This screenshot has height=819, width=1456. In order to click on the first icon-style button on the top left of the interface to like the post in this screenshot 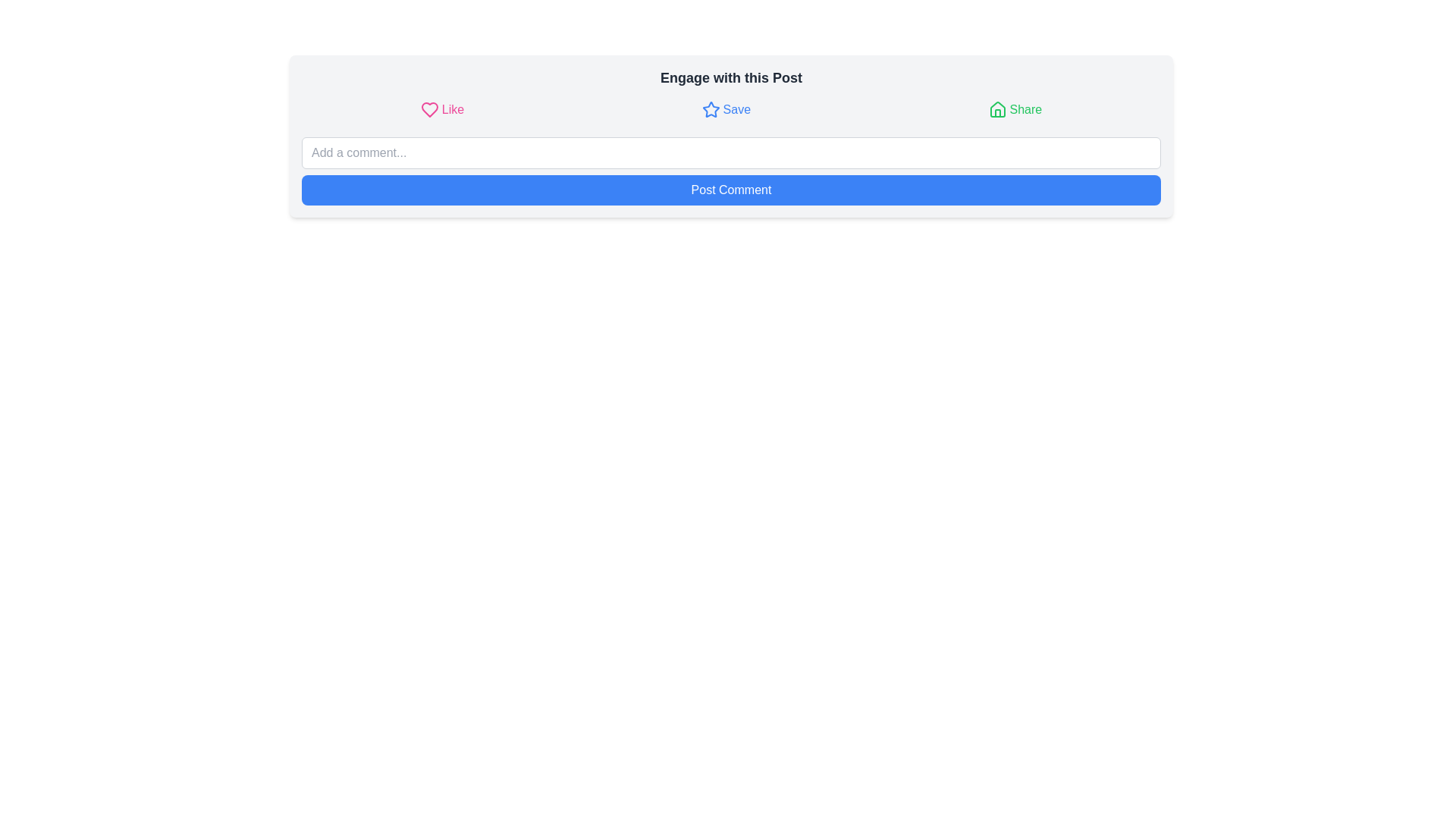, I will do `click(428, 109)`.